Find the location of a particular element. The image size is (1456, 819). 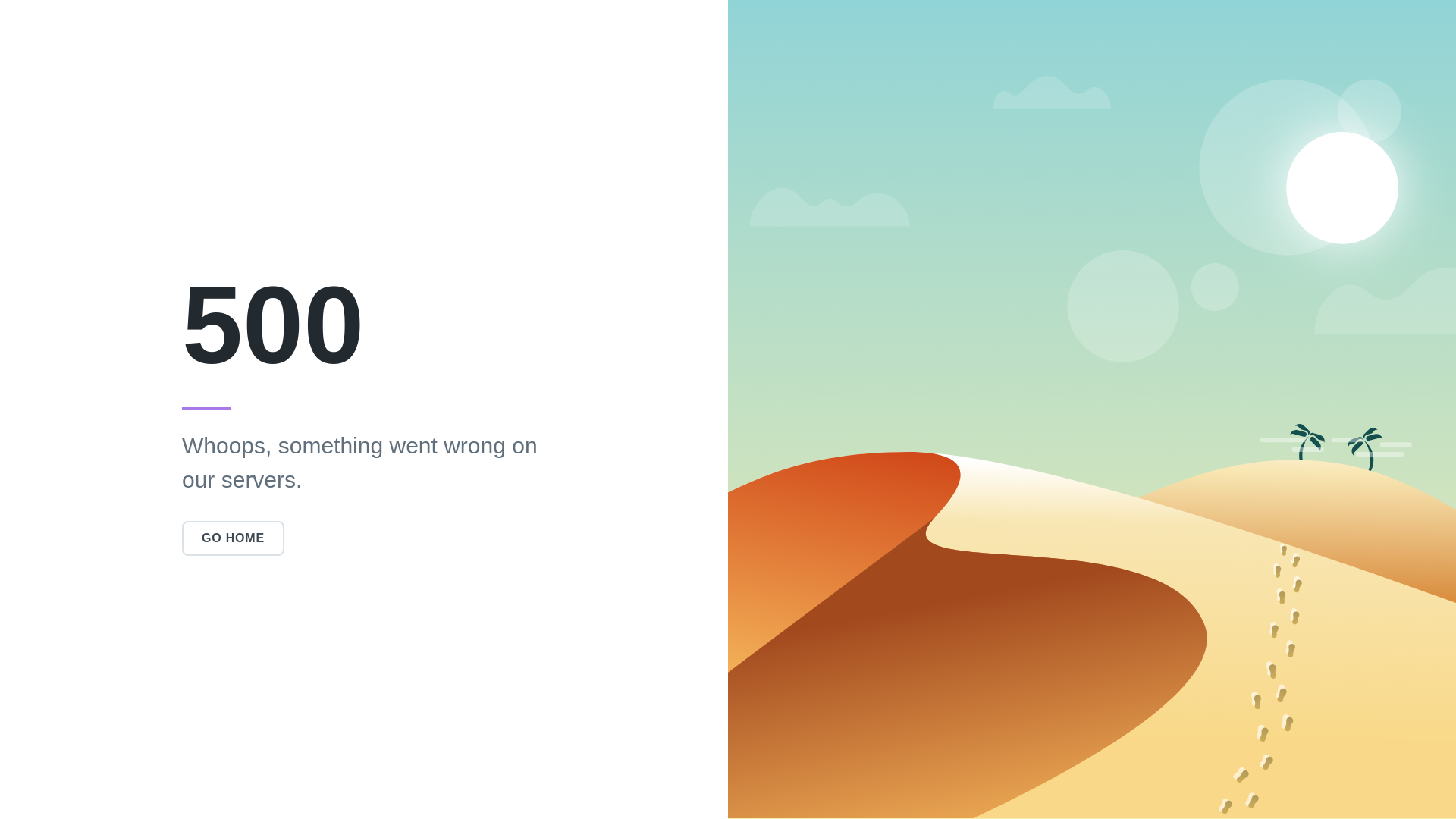

'GO HOME' is located at coordinates (232, 537).